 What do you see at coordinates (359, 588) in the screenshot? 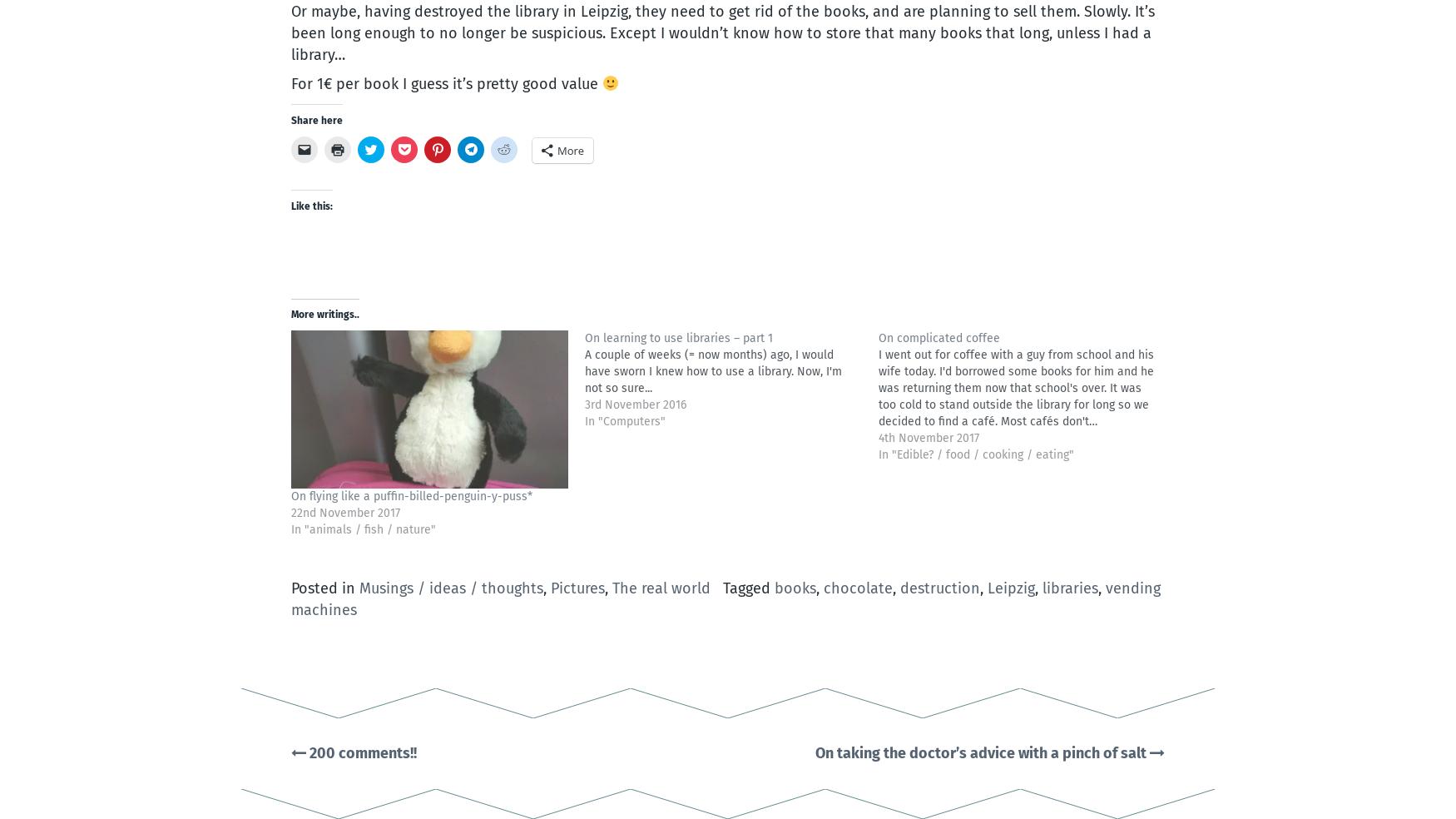
I see `'Musings / ideas / thoughts'` at bounding box center [359, 588].